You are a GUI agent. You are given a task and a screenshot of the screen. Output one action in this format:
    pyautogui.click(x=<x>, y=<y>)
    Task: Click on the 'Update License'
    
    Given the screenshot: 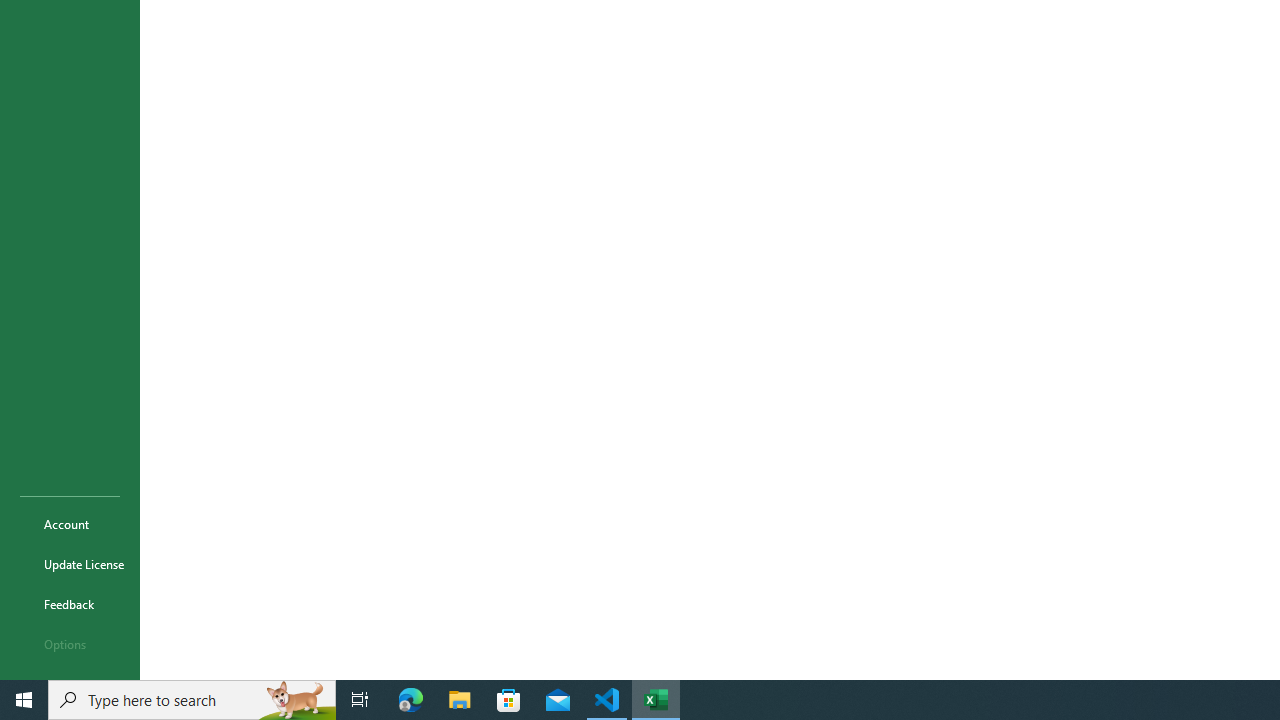 What is the action you would take?
    pyautogui.click(x=69, y=564)
    